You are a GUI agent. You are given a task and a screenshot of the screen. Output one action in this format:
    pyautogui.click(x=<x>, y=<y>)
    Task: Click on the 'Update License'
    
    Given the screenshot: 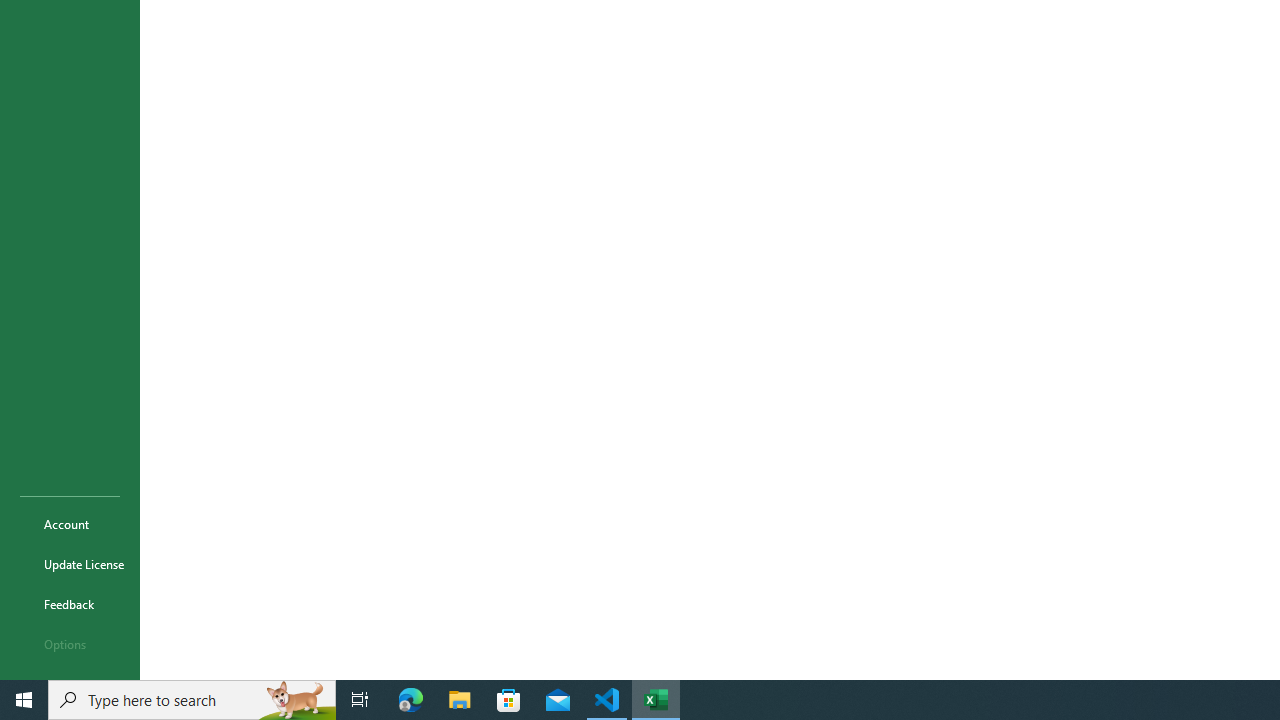 What is the action you would take?
    pyautogui.click(x=69, y=564)
    